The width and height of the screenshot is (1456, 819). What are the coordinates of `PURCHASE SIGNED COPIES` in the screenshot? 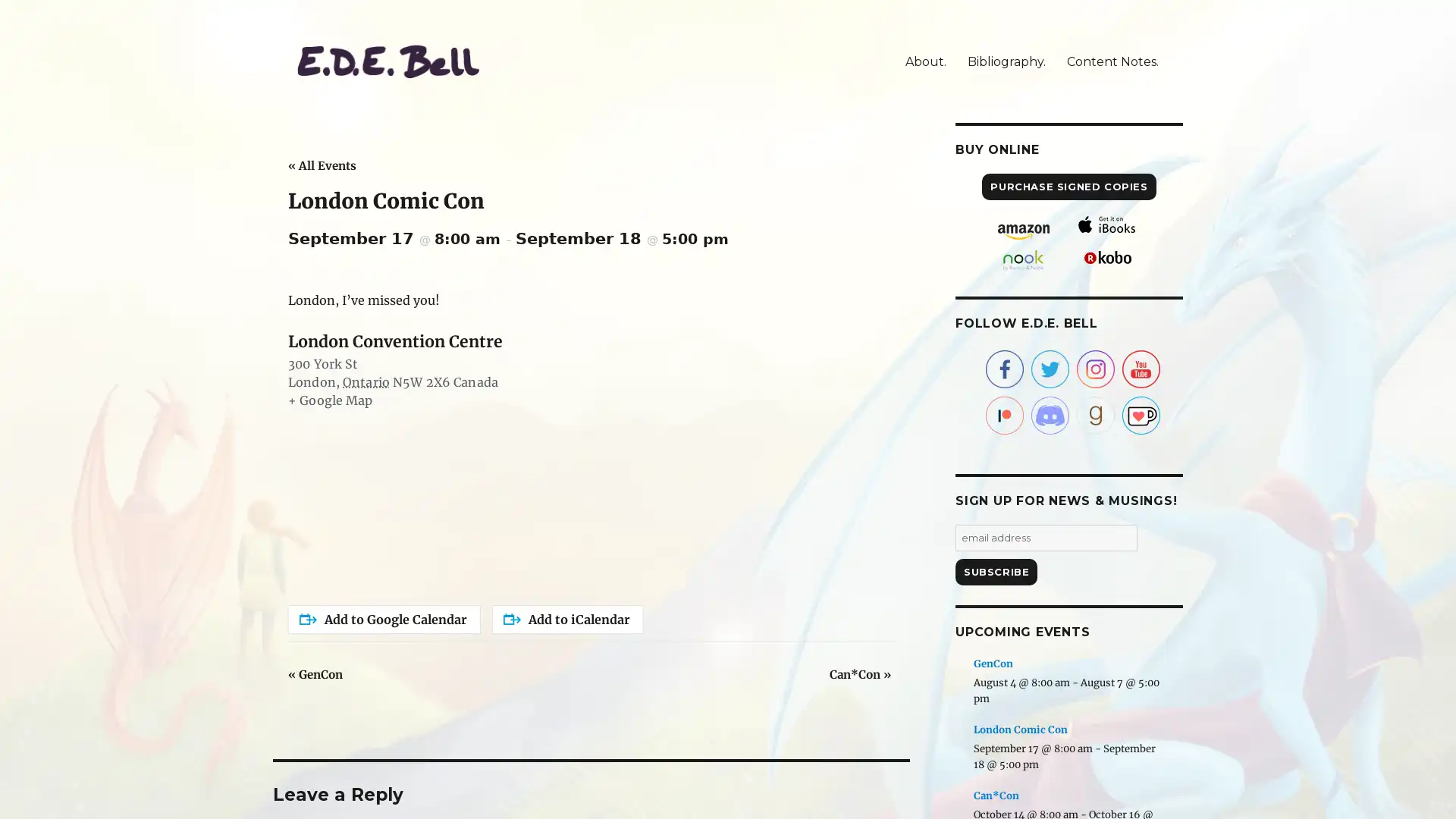 It's located at (1068, 186).